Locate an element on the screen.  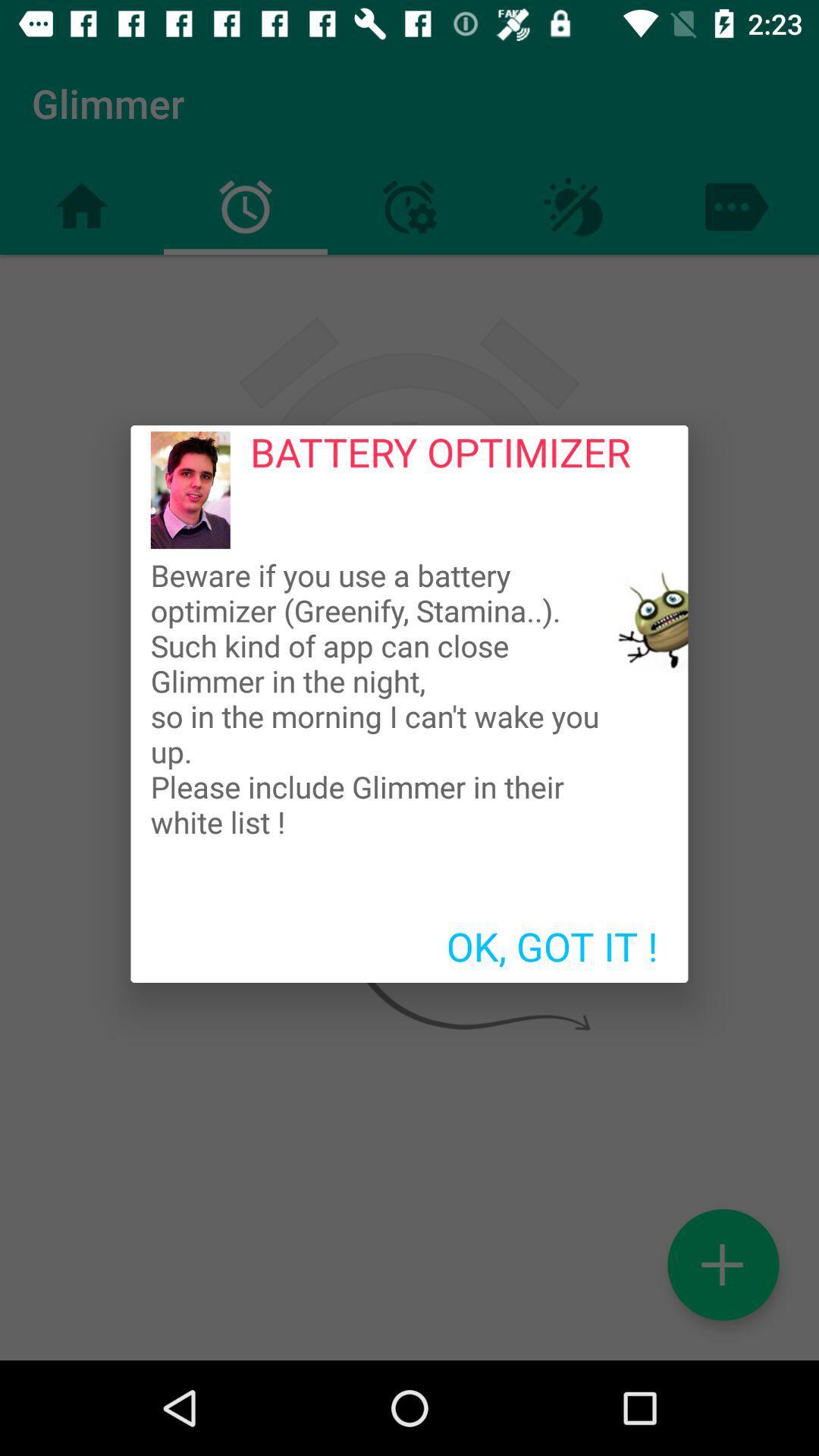
the icon below beware if you icon is located at coordinates (552, 945).